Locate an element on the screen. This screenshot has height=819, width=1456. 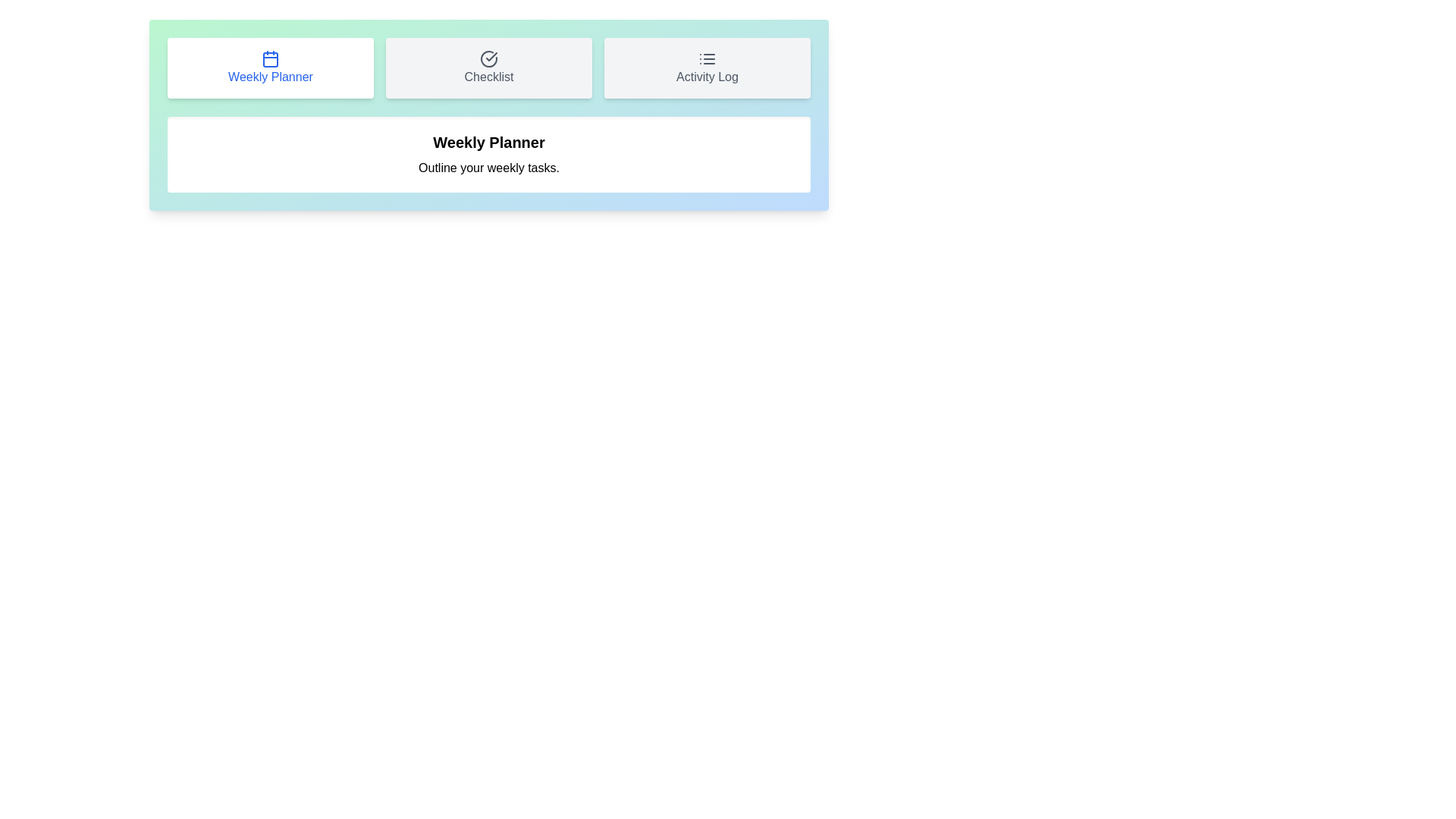
the tab button labeled Checklist is located at coordinates (488, 67).